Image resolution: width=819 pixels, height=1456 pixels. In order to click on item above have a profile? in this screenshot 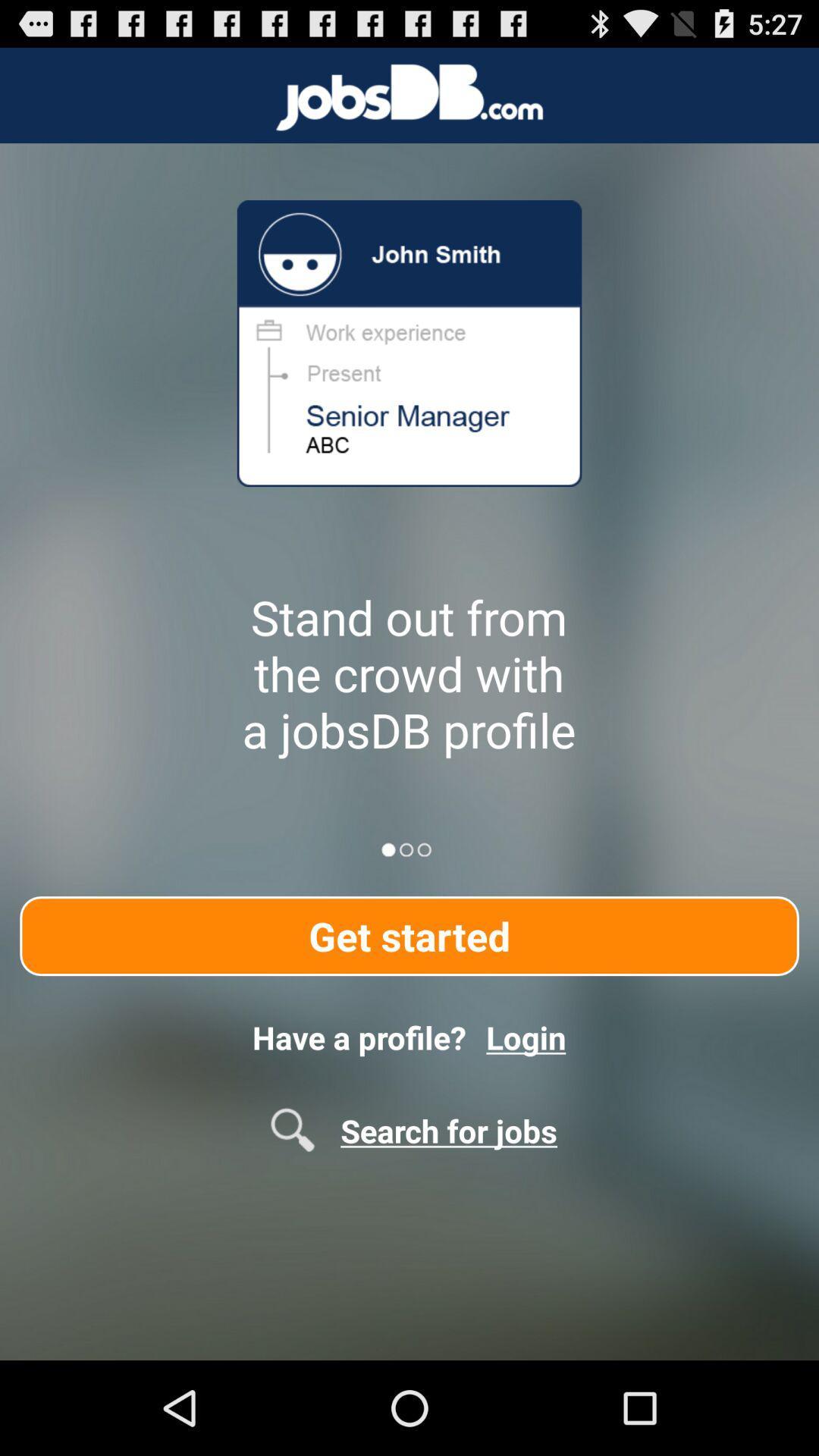, I will do `click(409, 935)`.